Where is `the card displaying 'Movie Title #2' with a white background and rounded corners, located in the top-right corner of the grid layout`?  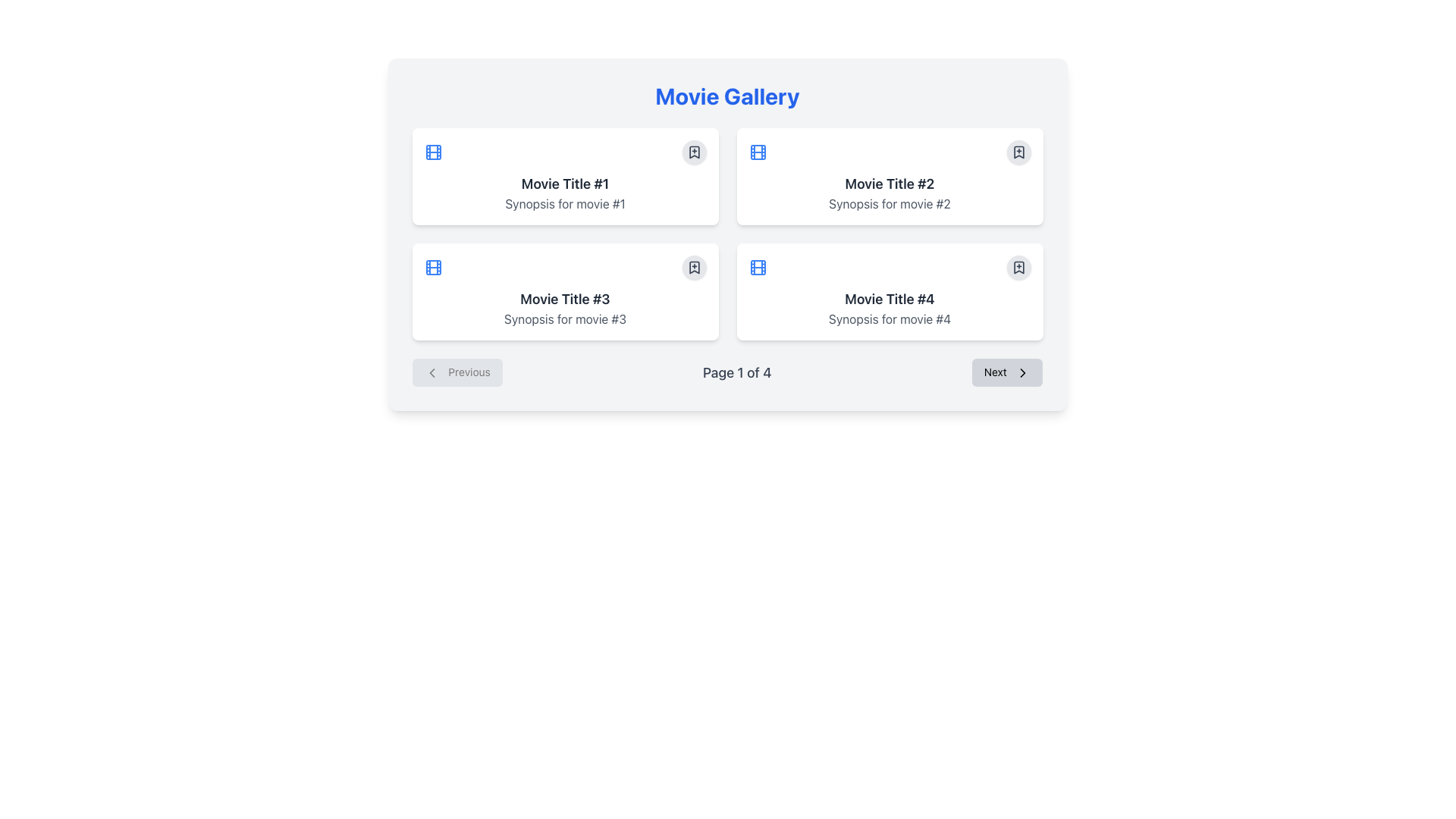
the card displaying 'Movie Title #2' with a white background and rounded corners, located in the top-right corner of the grid layout is located at coordinates (890, 175).